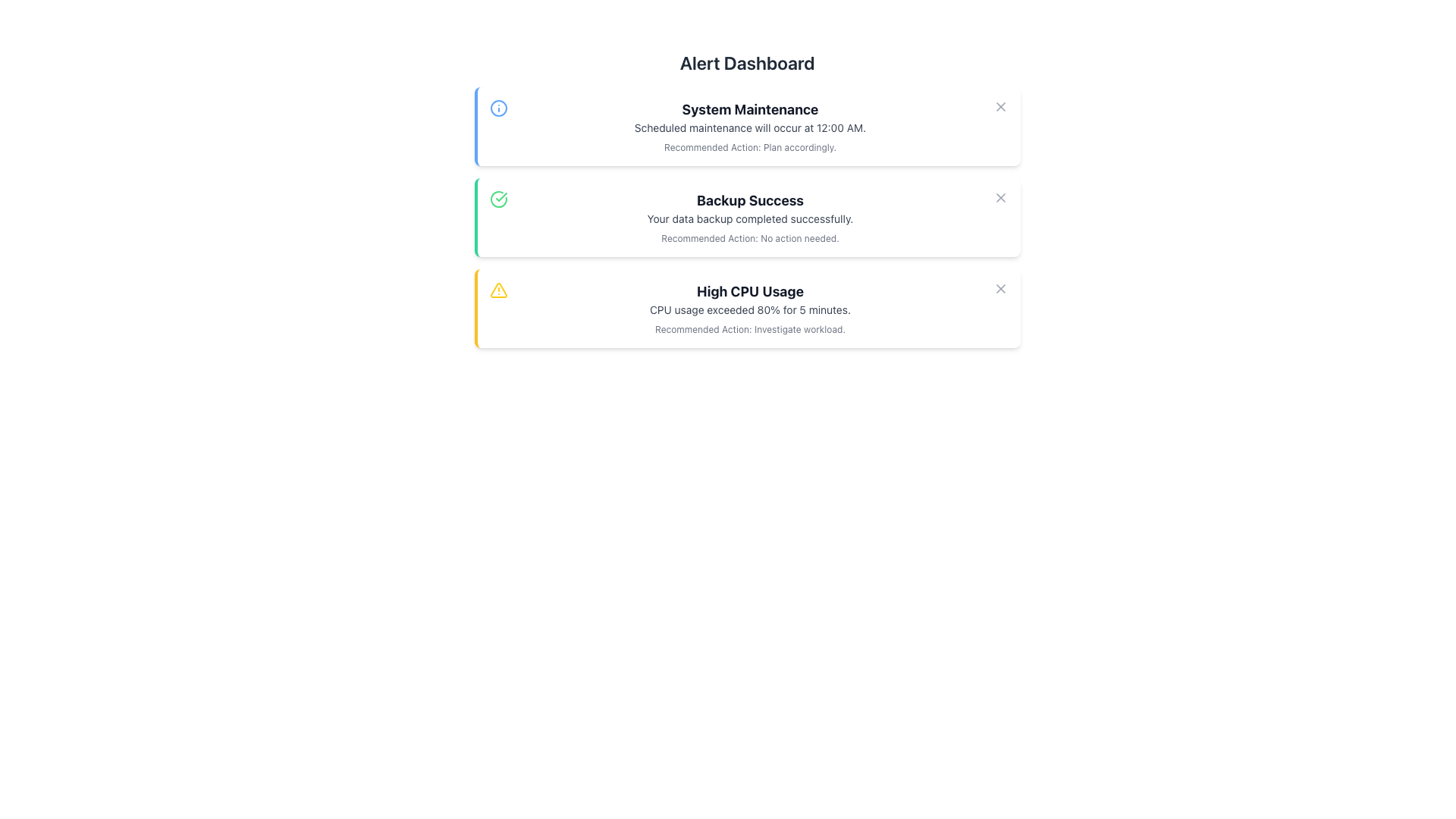  I want to click on the 'X' button with a gray outline in the top-right corner of the 'Backup Success' notification block, so click(1000, 197).